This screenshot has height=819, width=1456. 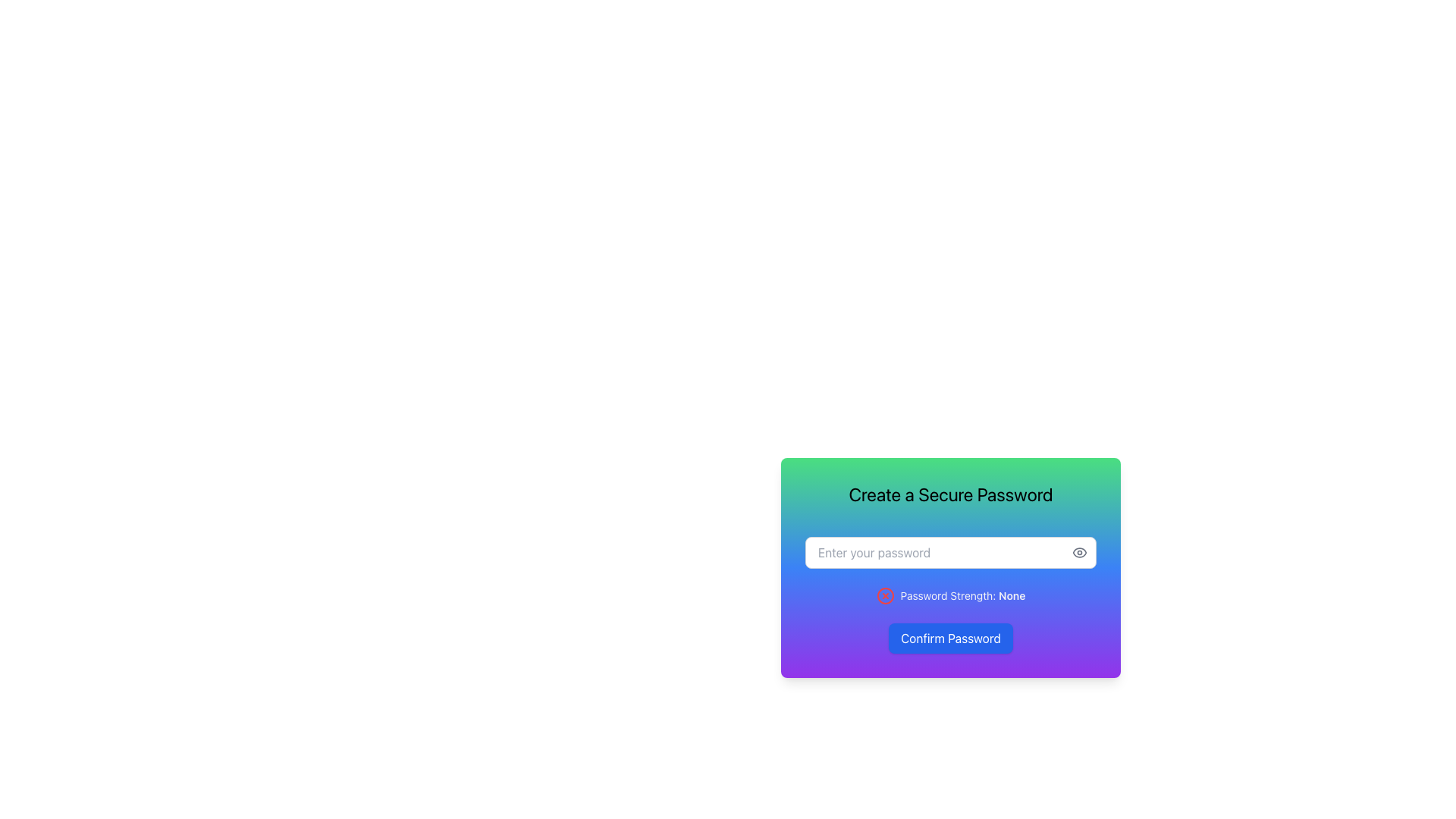 What do you see at coordinates (1079, 553) in the screenshot?
I see `the circular eye icon button` at bounding box center [1079, 553].